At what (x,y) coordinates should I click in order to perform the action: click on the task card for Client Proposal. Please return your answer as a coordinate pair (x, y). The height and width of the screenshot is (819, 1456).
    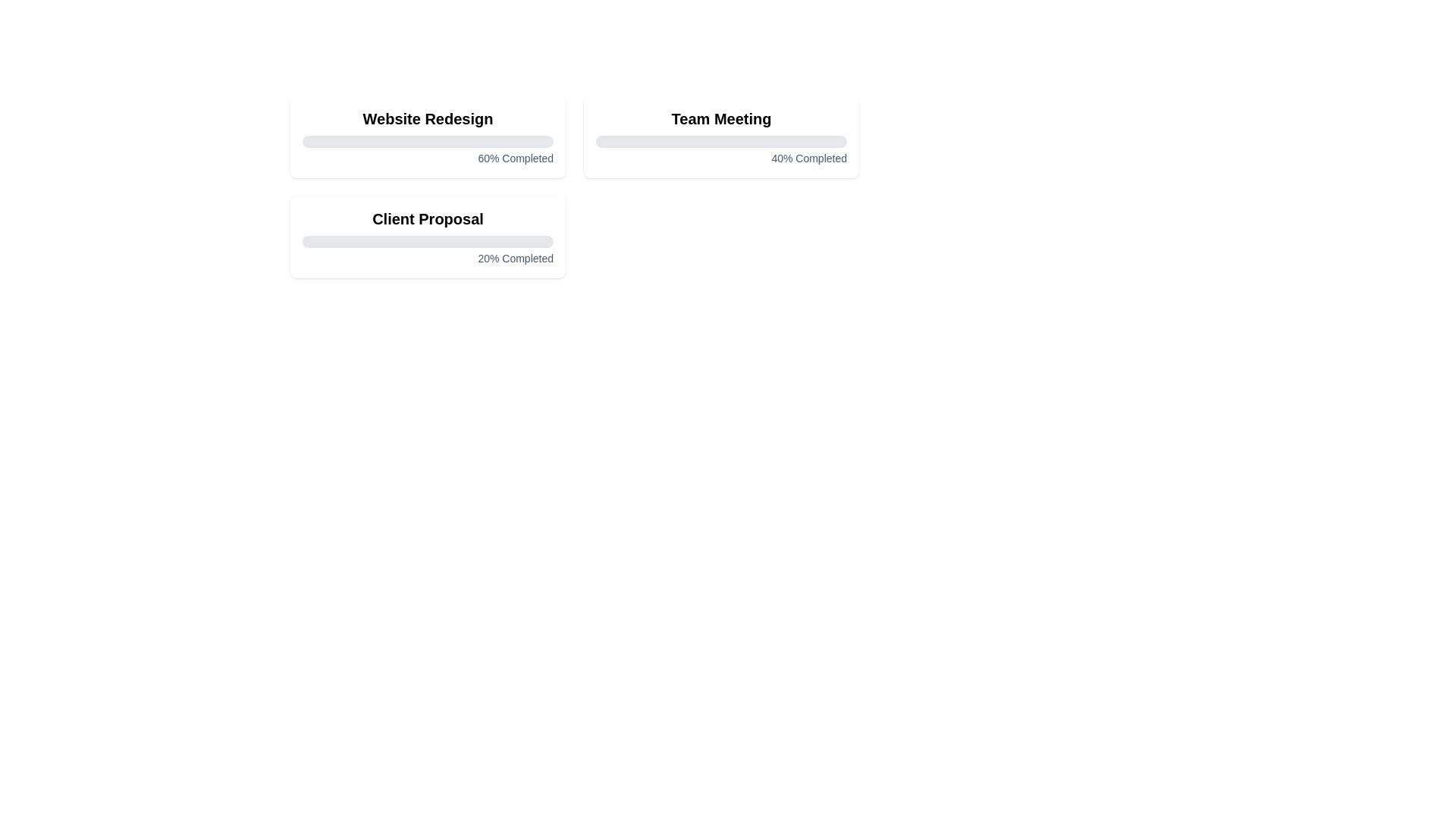
    Looking at the image, I should click on (427, 237).